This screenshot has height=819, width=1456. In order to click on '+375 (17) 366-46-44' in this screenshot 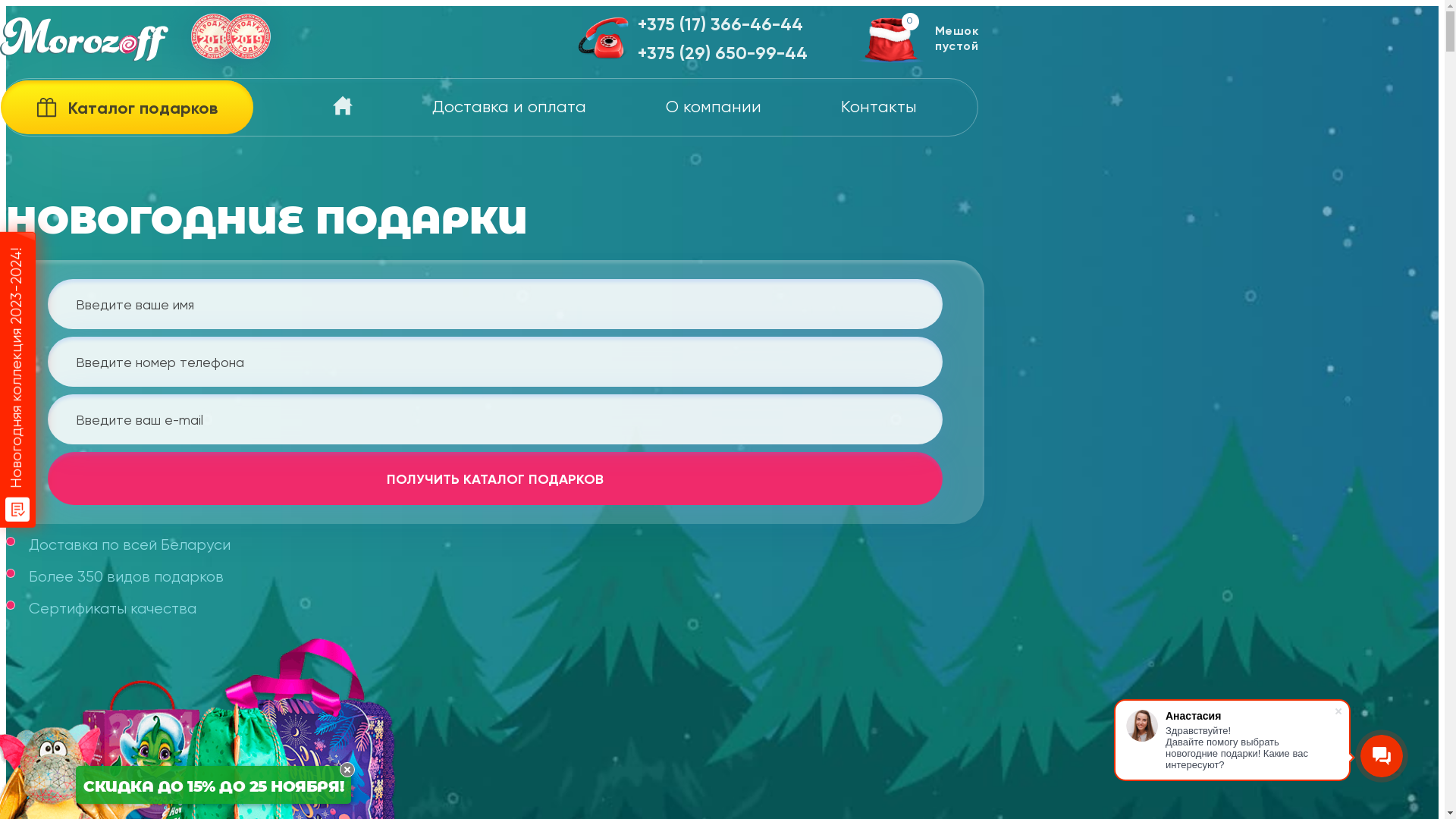, I will do `click(722, 25)`.